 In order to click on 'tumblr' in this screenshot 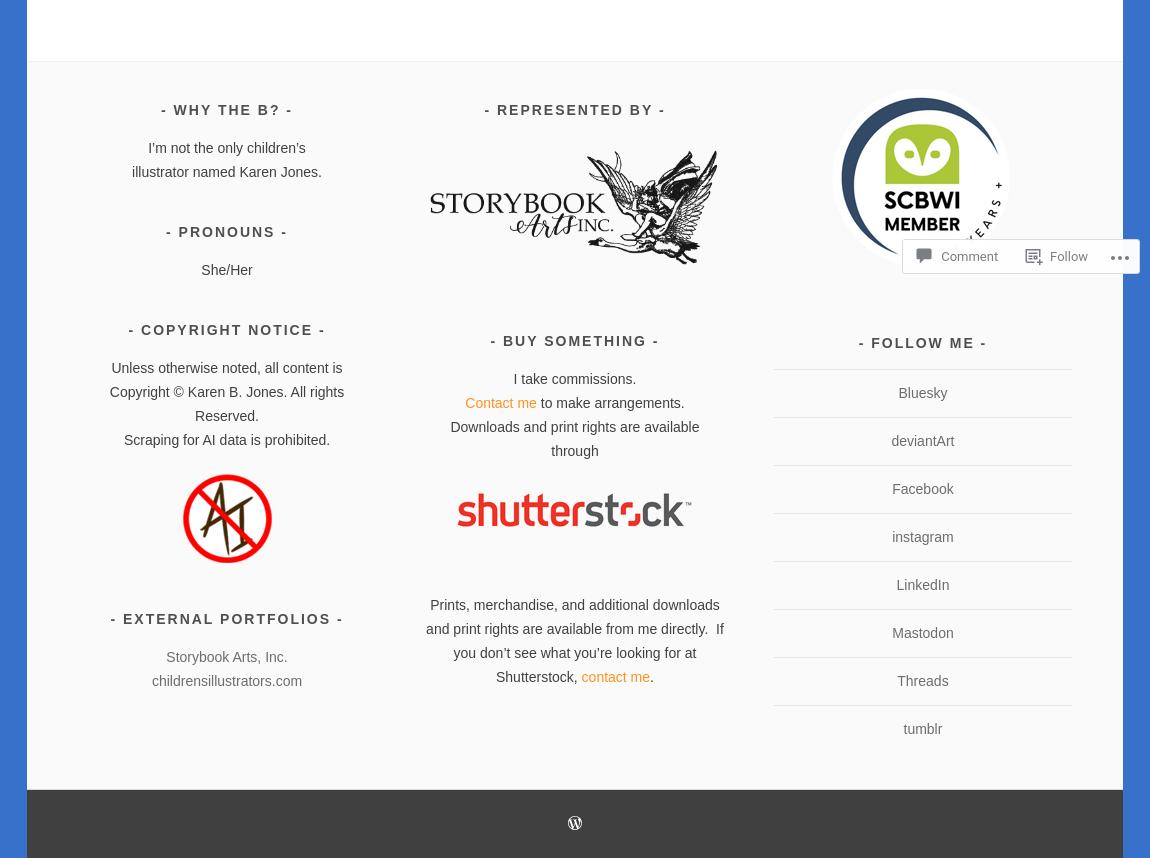, I will do `click(902, 728)`.